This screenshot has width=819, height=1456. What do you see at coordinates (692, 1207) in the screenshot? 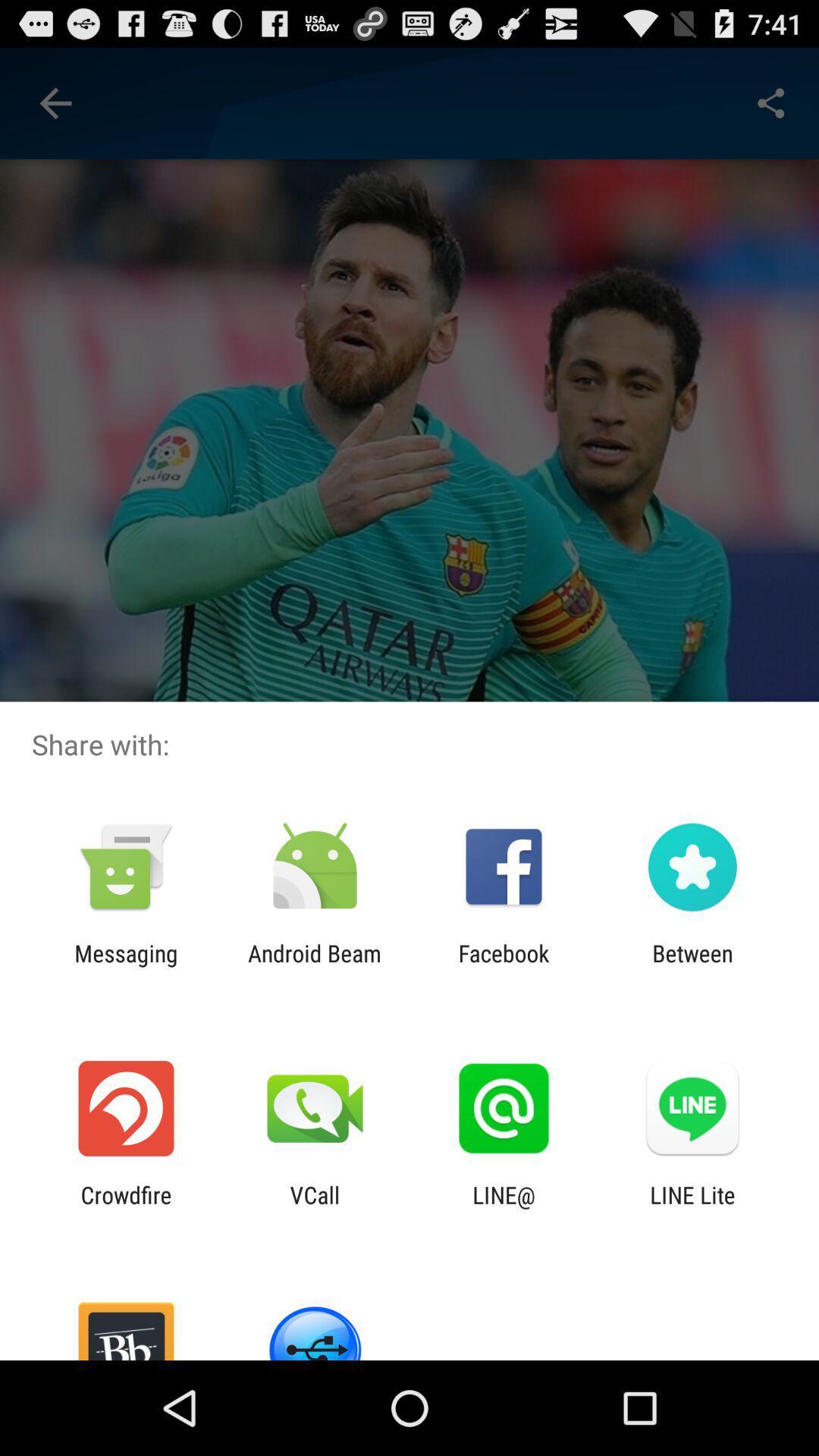
I see `the item next to the line@ icon` at bounding box center [692, 1207].